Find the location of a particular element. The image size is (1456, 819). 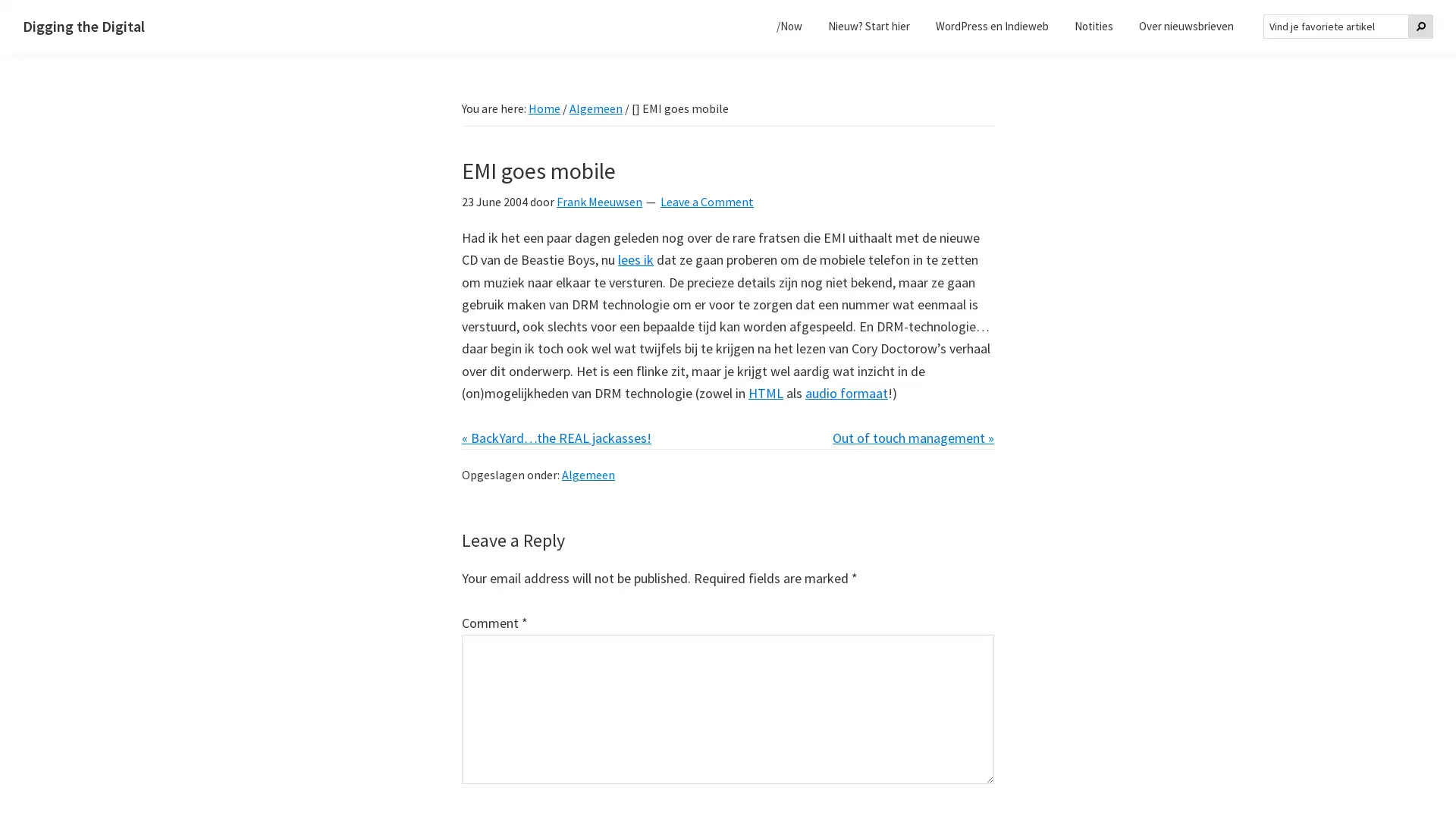

Search is located at coordinates (1420, 26).